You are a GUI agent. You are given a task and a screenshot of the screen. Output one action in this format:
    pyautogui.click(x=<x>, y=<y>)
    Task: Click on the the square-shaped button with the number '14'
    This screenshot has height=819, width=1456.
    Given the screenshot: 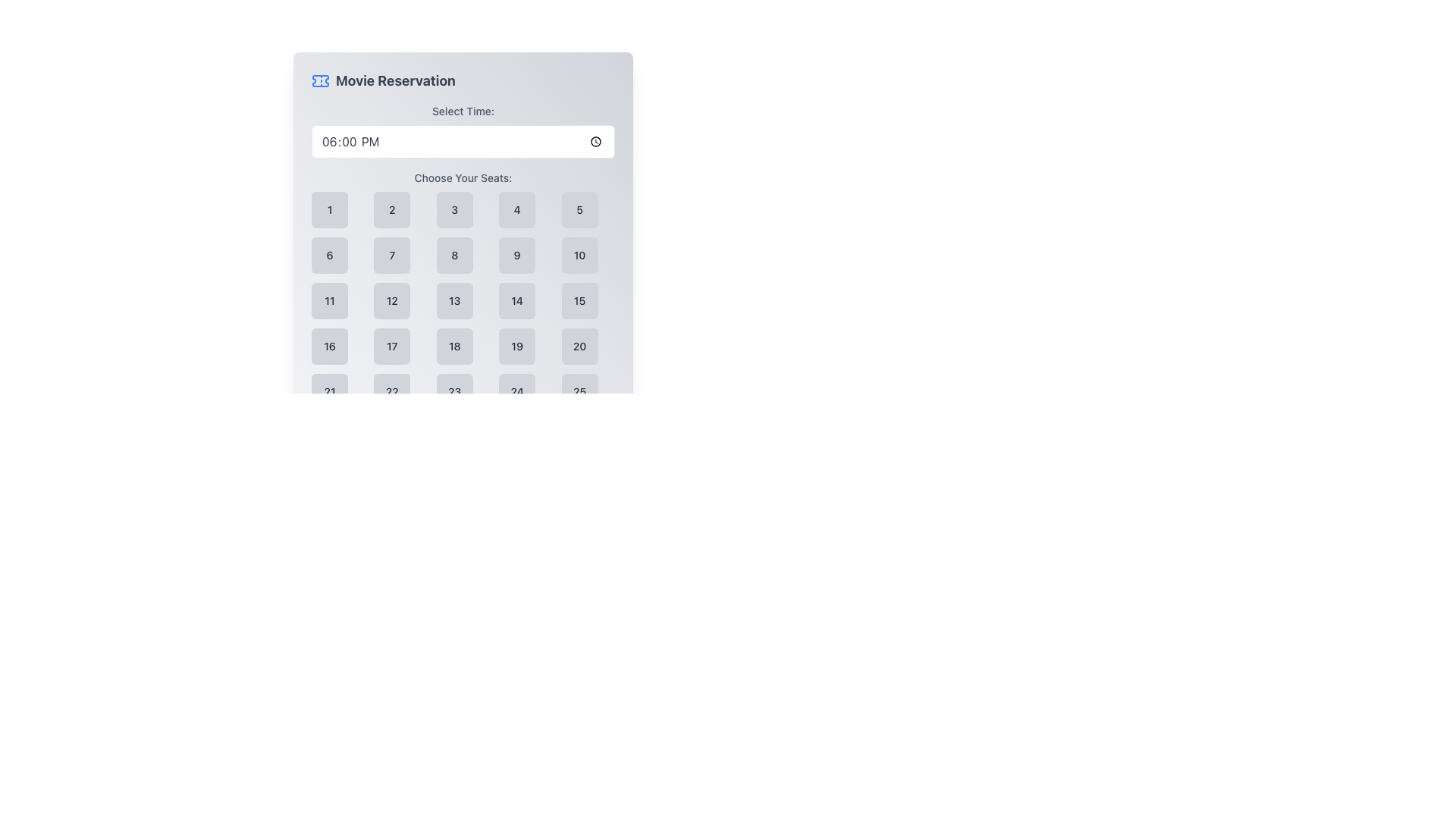 What is the action you would take?
    pyautogui.click(x=517, y=301)
    